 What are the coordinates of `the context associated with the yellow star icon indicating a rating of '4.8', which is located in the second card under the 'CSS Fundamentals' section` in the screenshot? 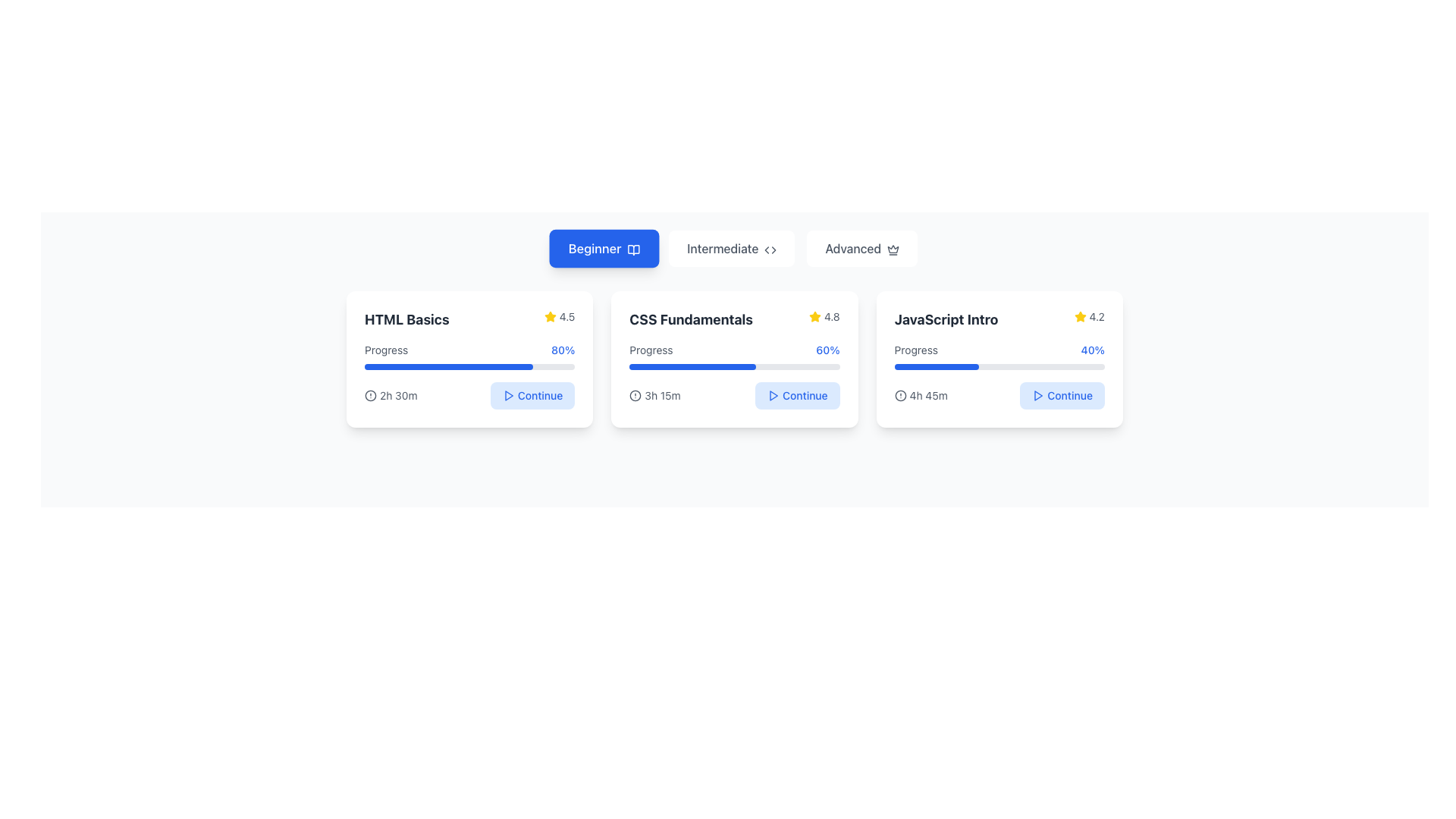 It's located at (814, 315).